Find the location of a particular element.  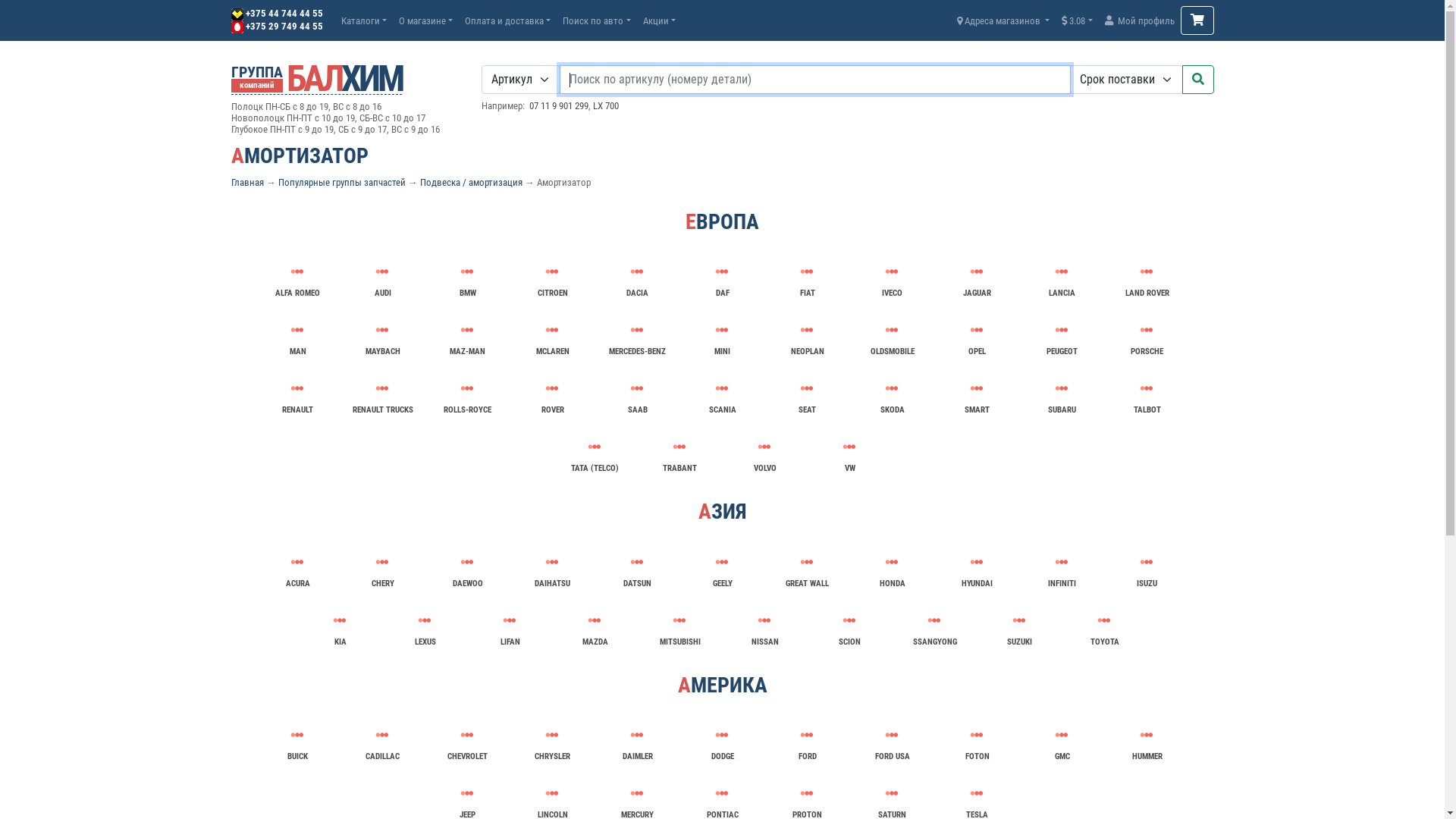

'CHERY' is located at coordinates (382, 561).